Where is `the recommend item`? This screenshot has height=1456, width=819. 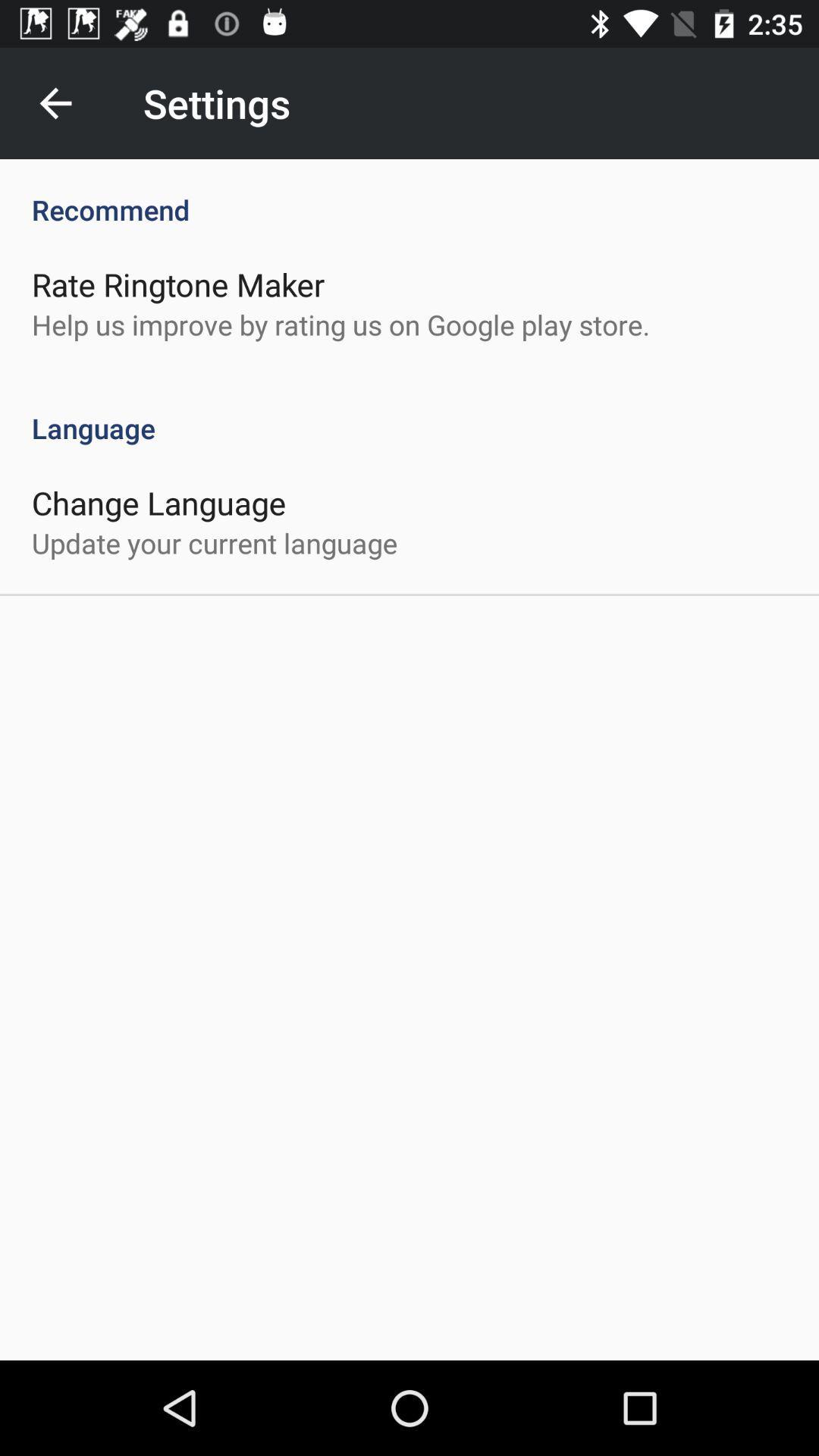
the recommend item is located at coordinates (409, 193).